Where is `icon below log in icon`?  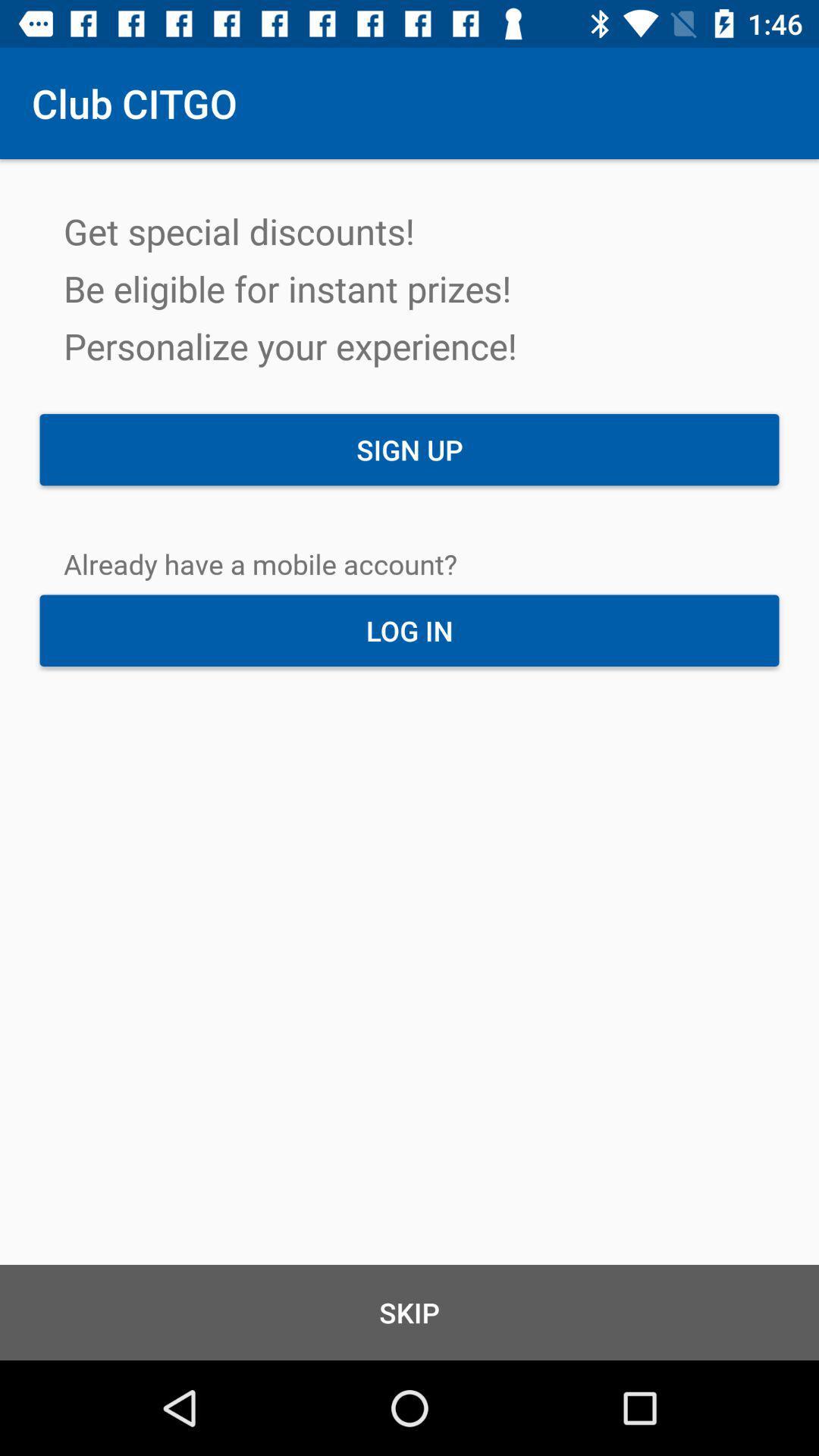
icon below log in icon is located at coordinates (409, 1312).